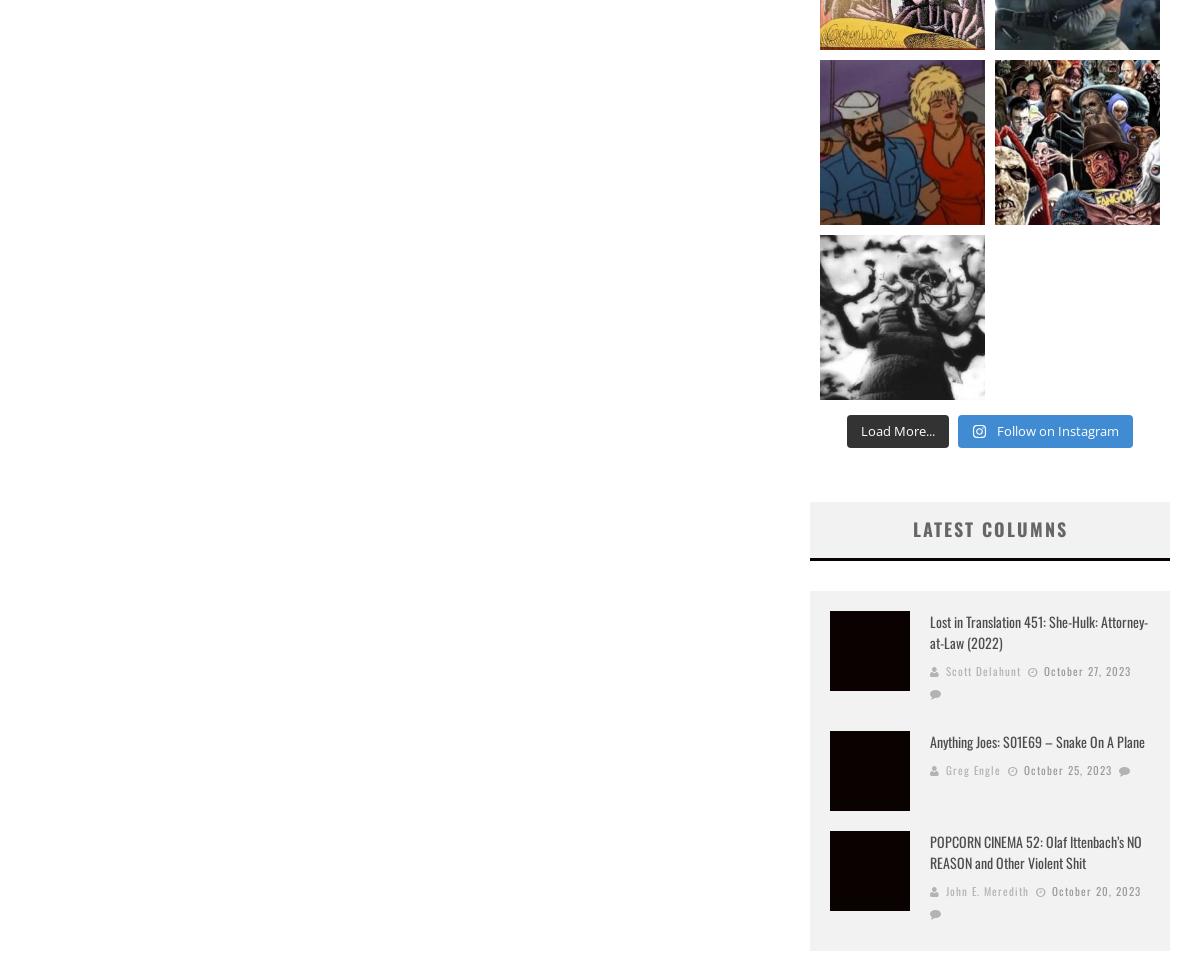  I want to click on 'Load More...', so click(896, 429).